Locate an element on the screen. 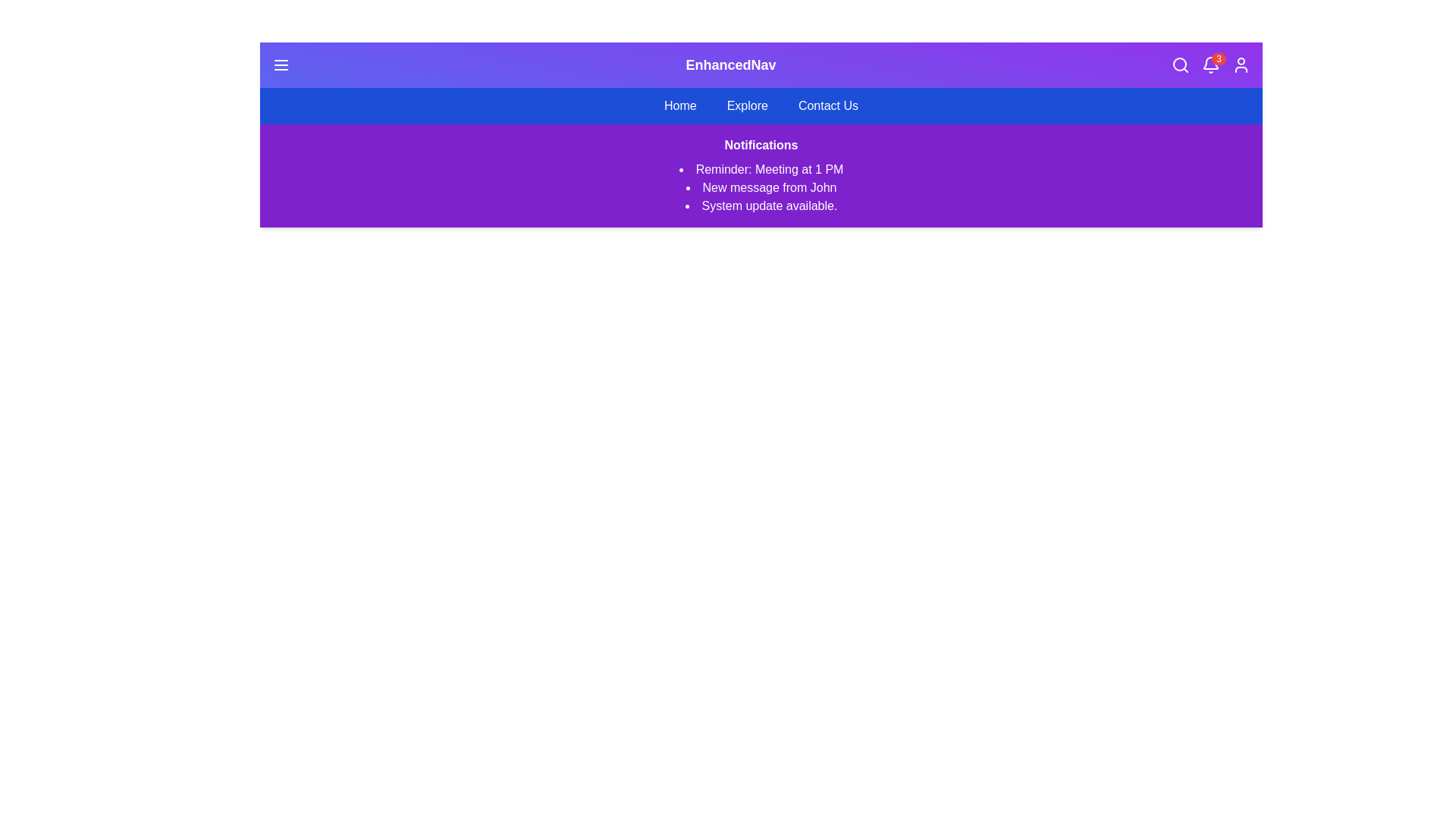 The image size is (1456, 819). the search icon located in the top-right corner of the navigation bar, which is the first icon in a row and positioned to the left of the bell icon is located at coordinates (1179, 64).